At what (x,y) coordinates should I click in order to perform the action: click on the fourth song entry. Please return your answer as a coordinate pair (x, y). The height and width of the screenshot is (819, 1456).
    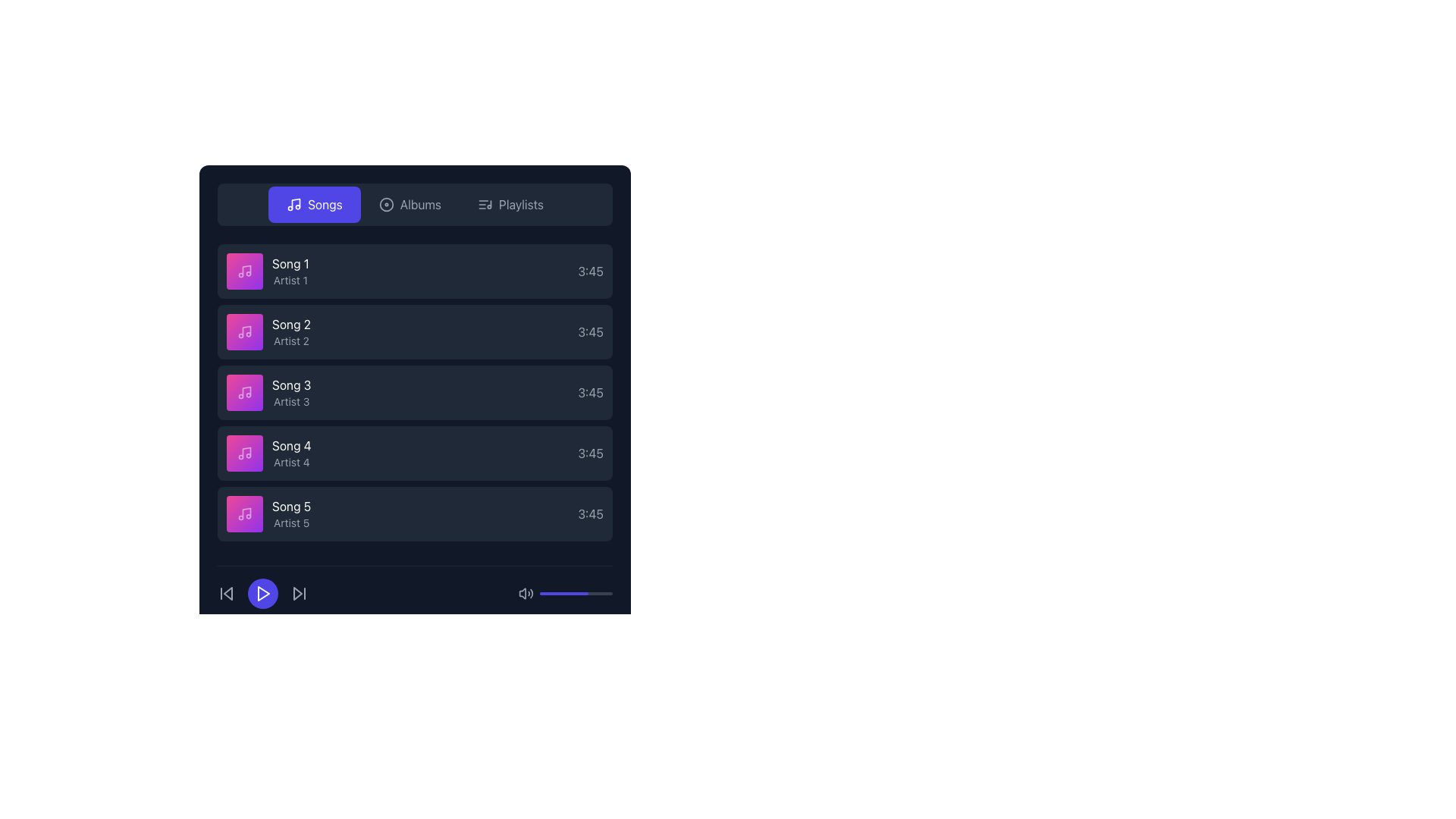
    Looking at the image, I should click on (415, 452).